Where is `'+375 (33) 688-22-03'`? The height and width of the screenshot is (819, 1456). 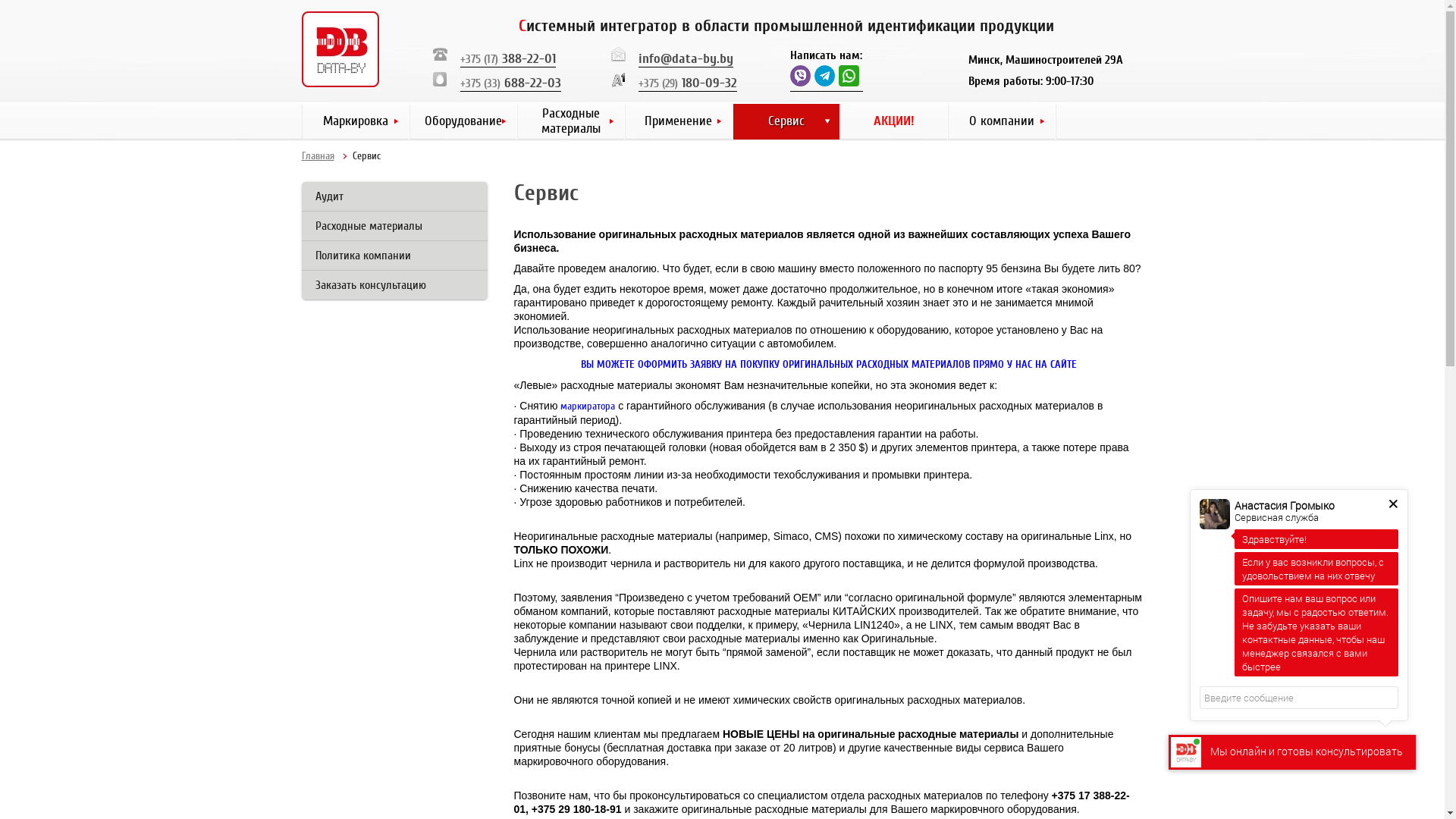 '+375 (33) 688-22-03' is located at coordinates (458, 83).